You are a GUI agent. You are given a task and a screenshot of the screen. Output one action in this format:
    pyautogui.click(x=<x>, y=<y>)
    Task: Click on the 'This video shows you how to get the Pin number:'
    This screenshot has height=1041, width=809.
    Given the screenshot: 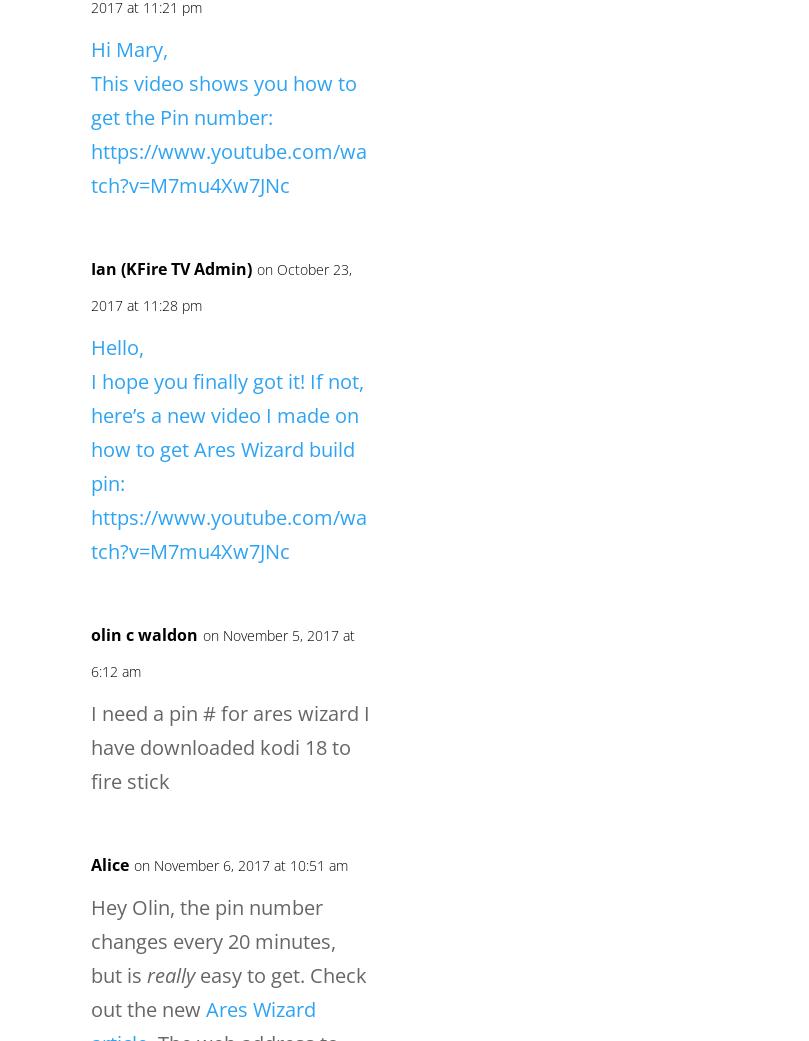 What is the action you would take?
    pyautogui.click(x=223, y=99)
    